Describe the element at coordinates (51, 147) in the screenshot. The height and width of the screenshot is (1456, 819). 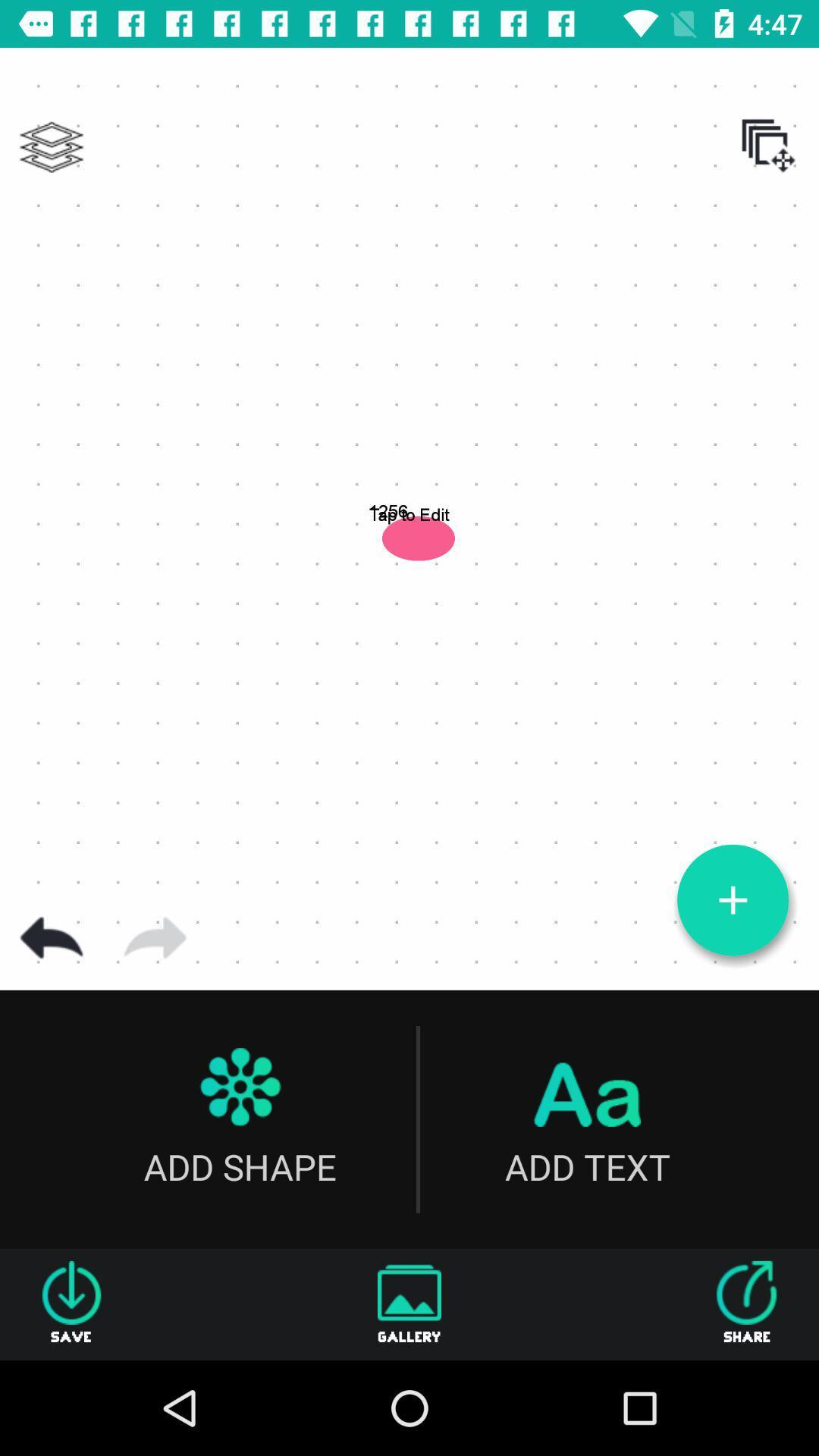
I see `show layers` at that location.